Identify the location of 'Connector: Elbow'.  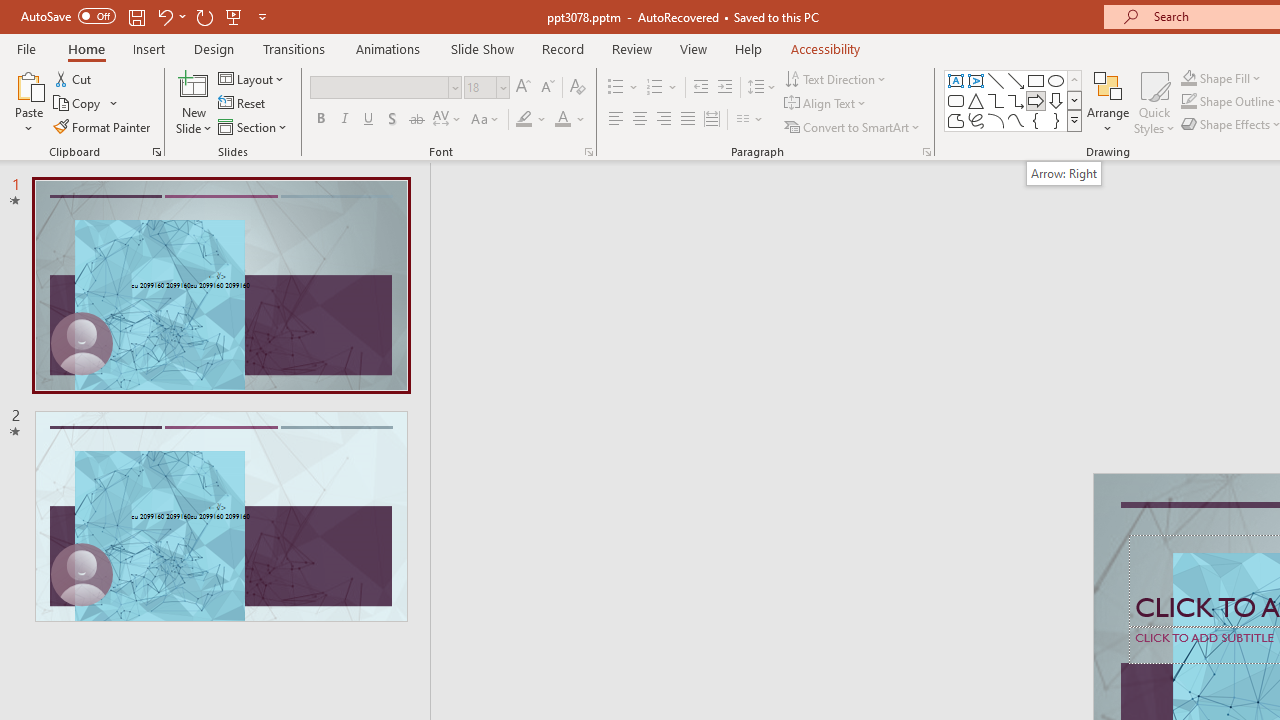
(995, 100).